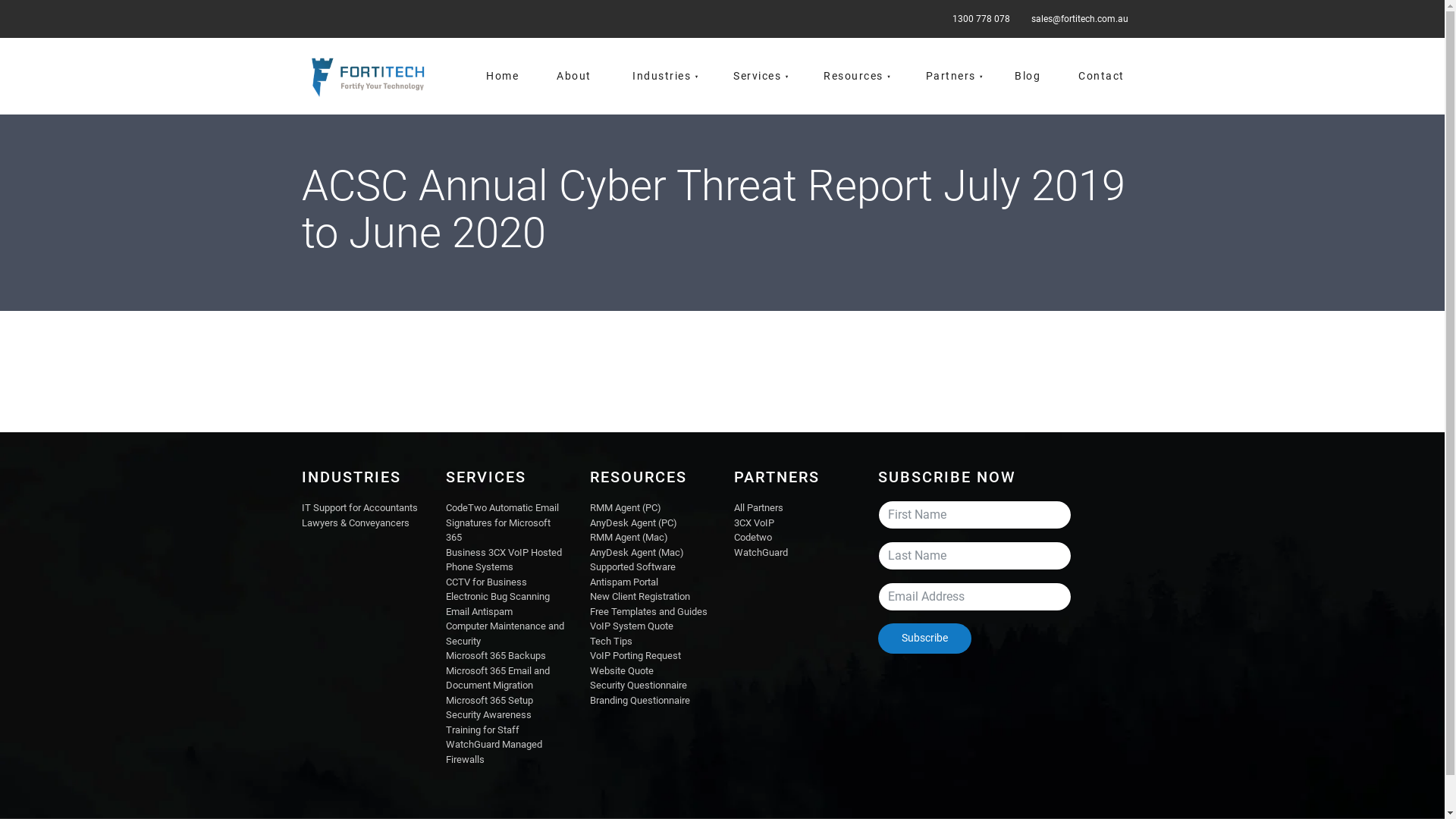 The width and height of the screenshot is (1456, 819). What do you see at coordinates (486, 581) in the screenshot?
I see `'CCTV for Business'` at bounding box center [486, 581].